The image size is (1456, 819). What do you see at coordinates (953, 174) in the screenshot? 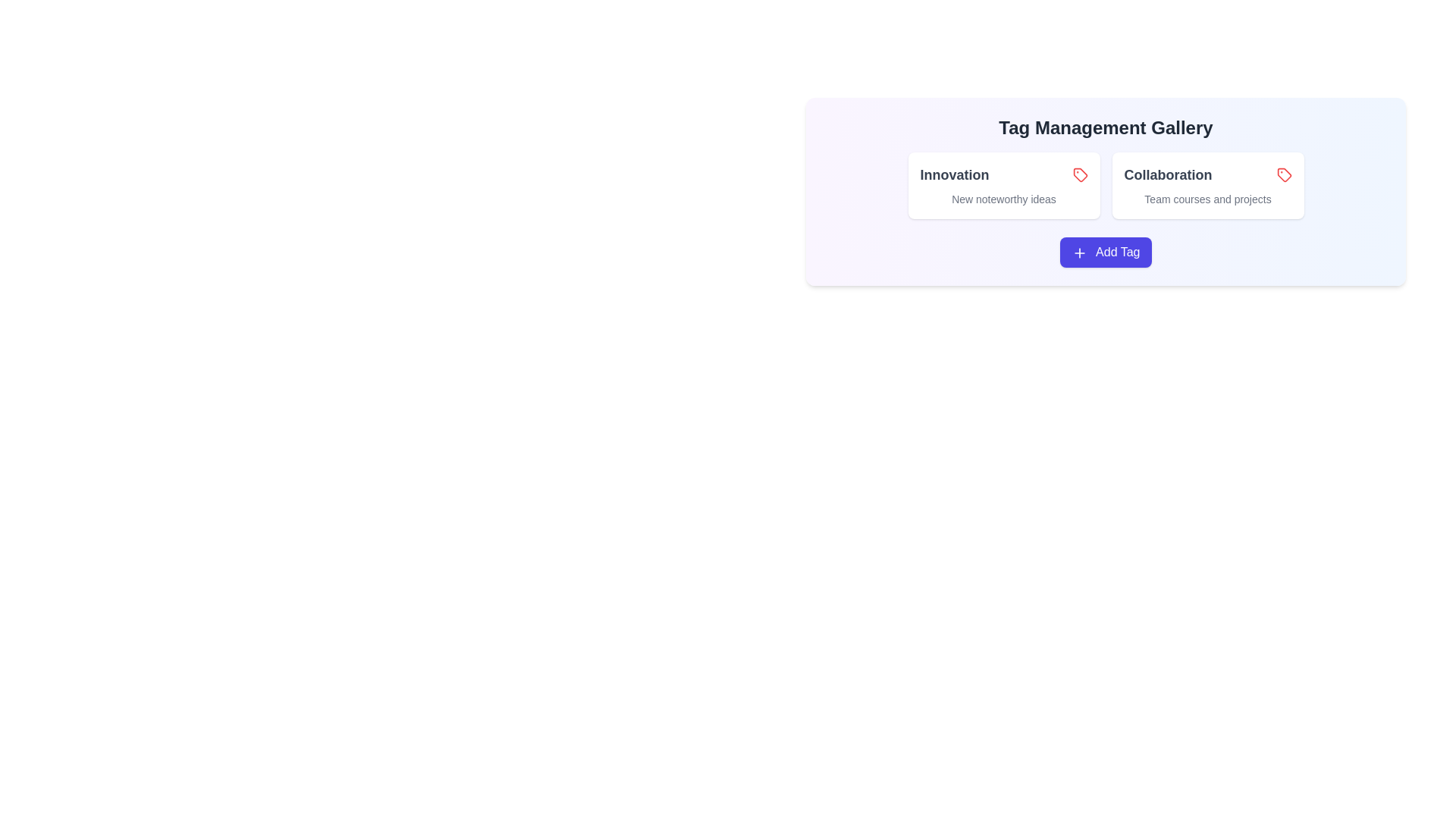
I see `the text label displaying the word 'Innovation', which is in a medium-large bold serif font and located at the top-left of a card layout's item group` at bounding box center [953, 174].